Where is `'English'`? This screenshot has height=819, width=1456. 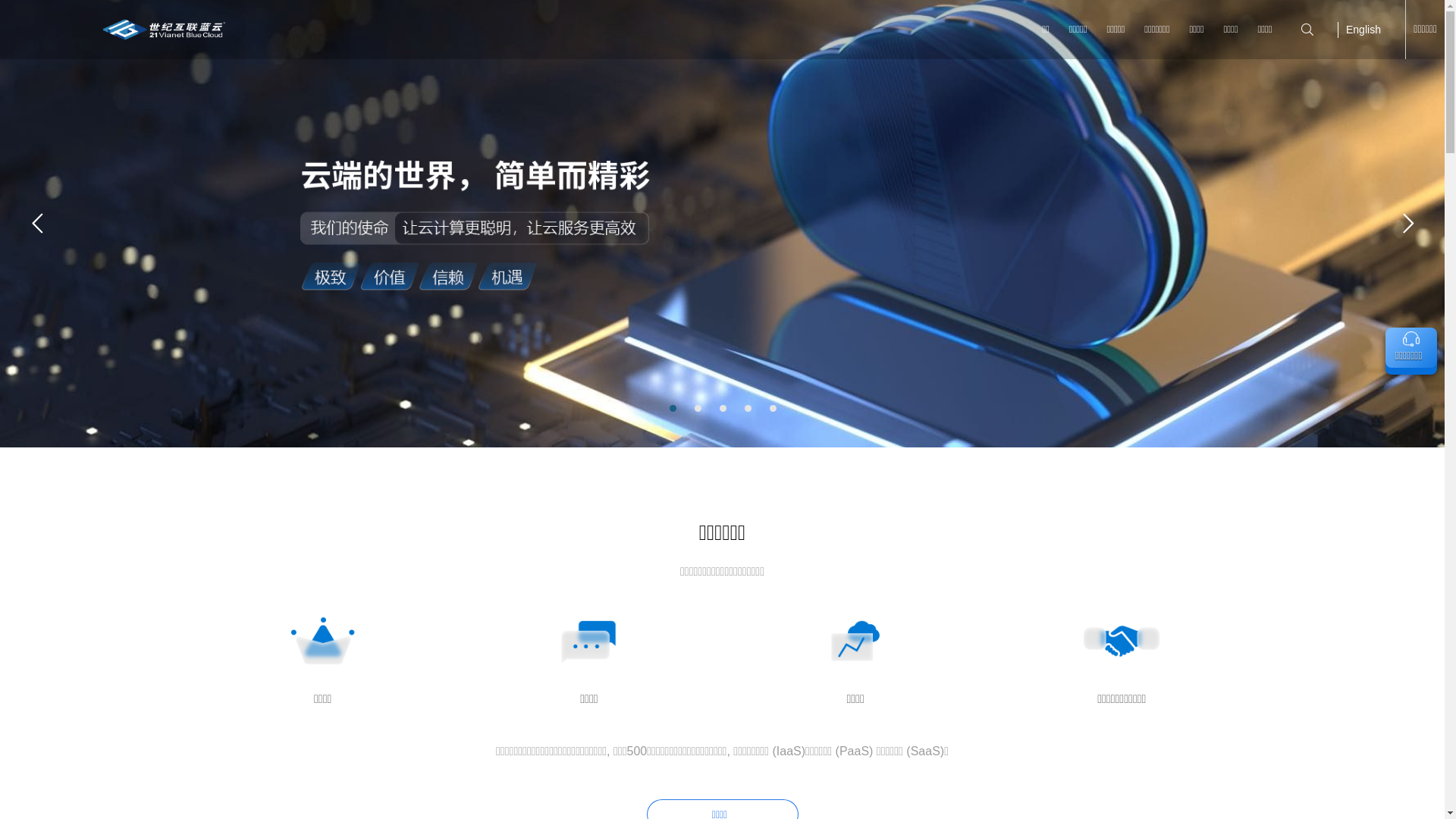 'English' is located at coordinates (1363, 29).